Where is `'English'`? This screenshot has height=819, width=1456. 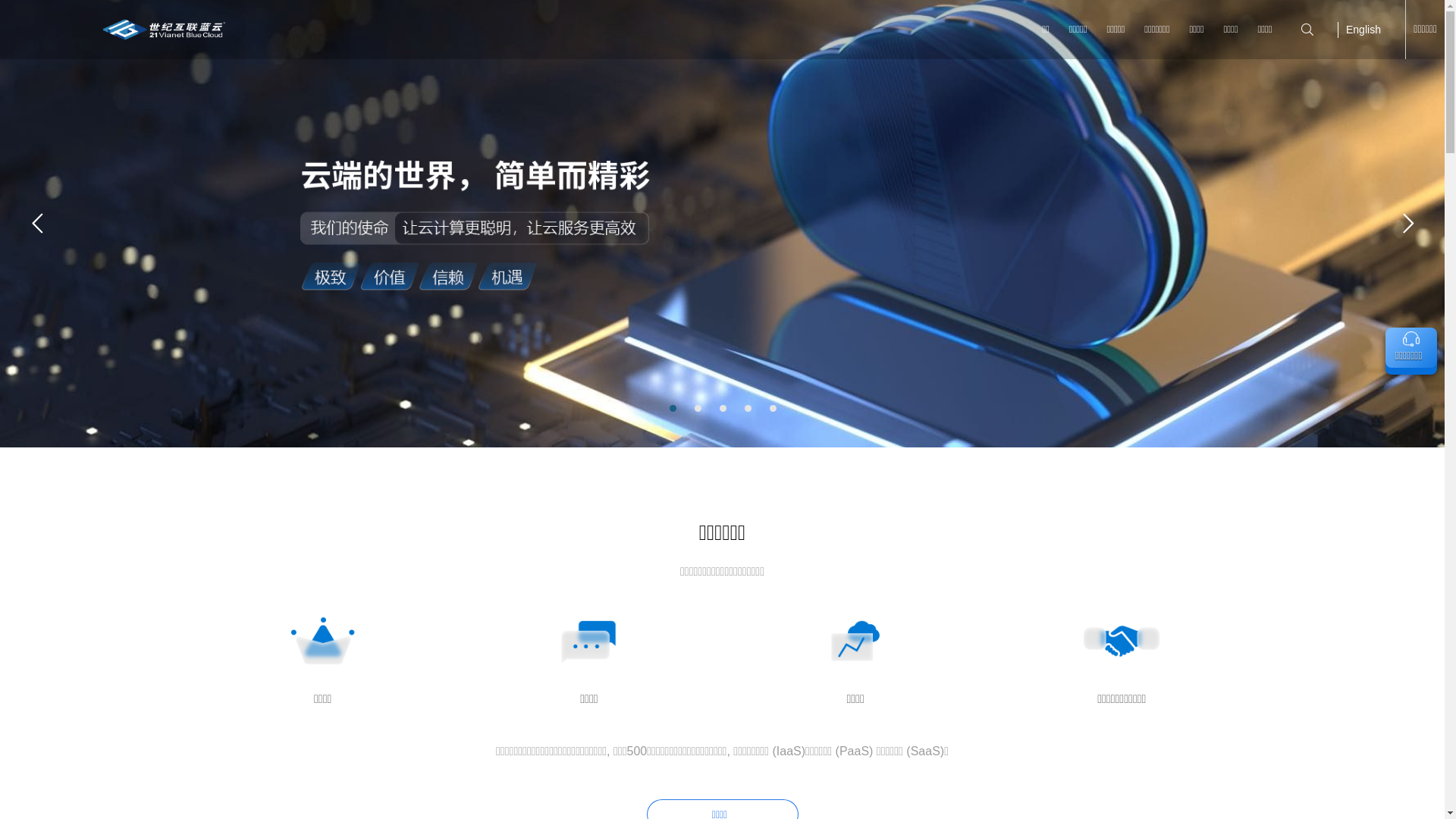 'English' is located at coordinates (1363, 29).